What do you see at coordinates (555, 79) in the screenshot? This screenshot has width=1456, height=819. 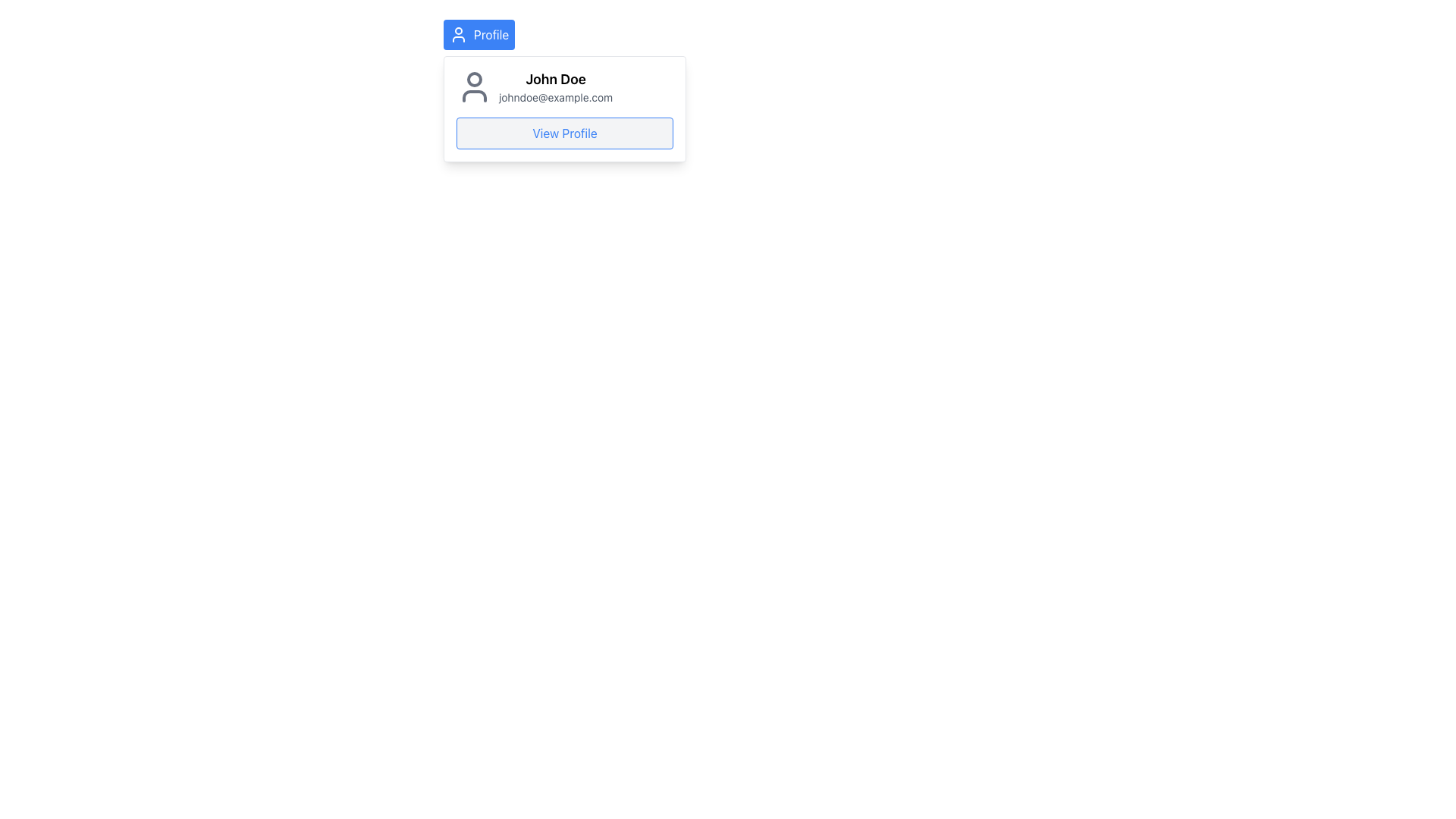 I see `the text label that displays the profile name, which is located above the email 'johndoe@example.com' in the profile card interface` at bounding box center [555, 79].